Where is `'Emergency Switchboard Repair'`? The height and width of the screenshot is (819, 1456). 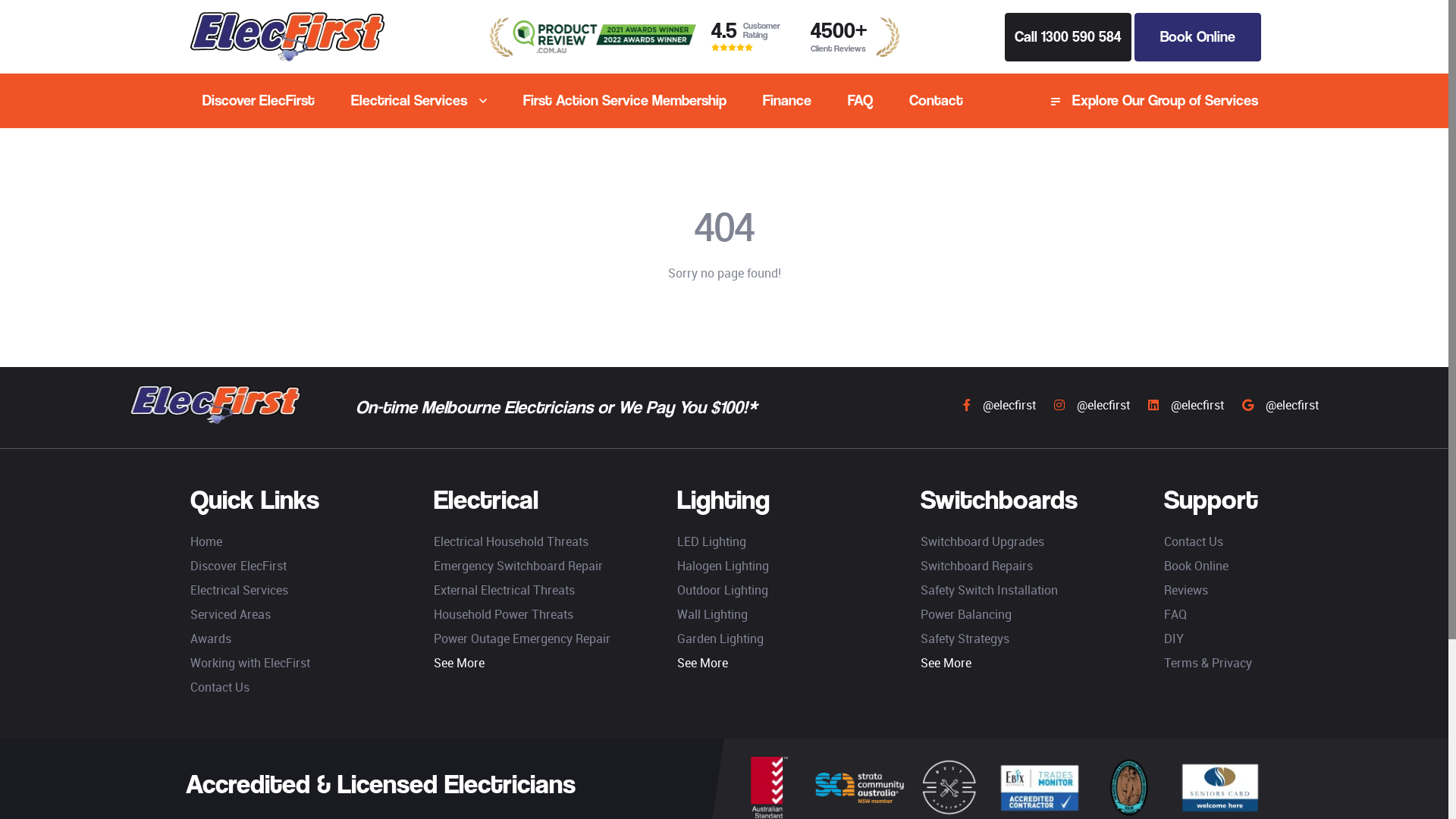 'Emergency Switchboard Repair' is located at coordinates (518, 565).